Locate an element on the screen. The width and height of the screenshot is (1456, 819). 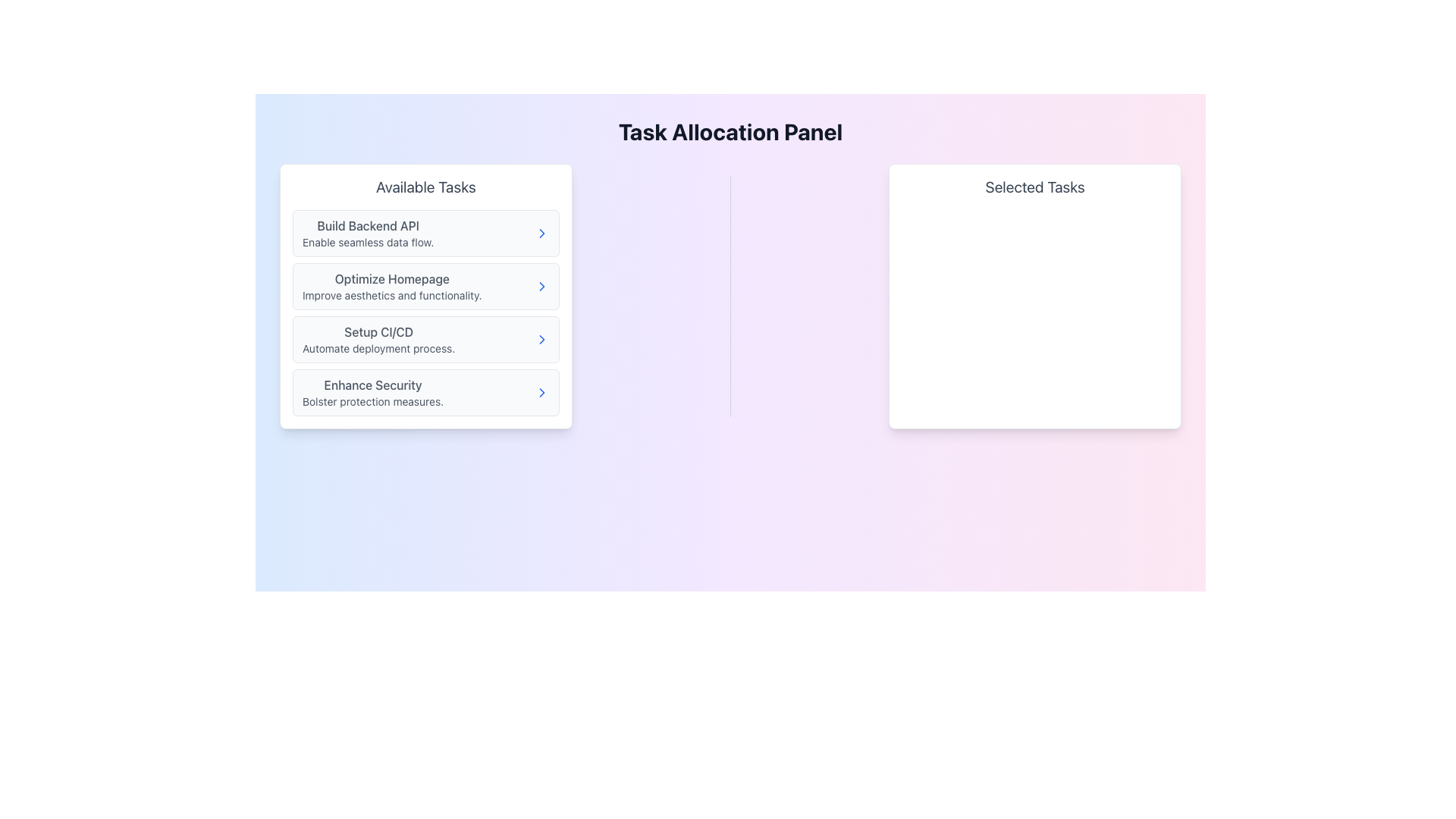
the text label reading 'Enable seamless data flow.' located under the bold header 'Build Backend API' in the 'Available Tasks' section is located at coordinates (368, 242).